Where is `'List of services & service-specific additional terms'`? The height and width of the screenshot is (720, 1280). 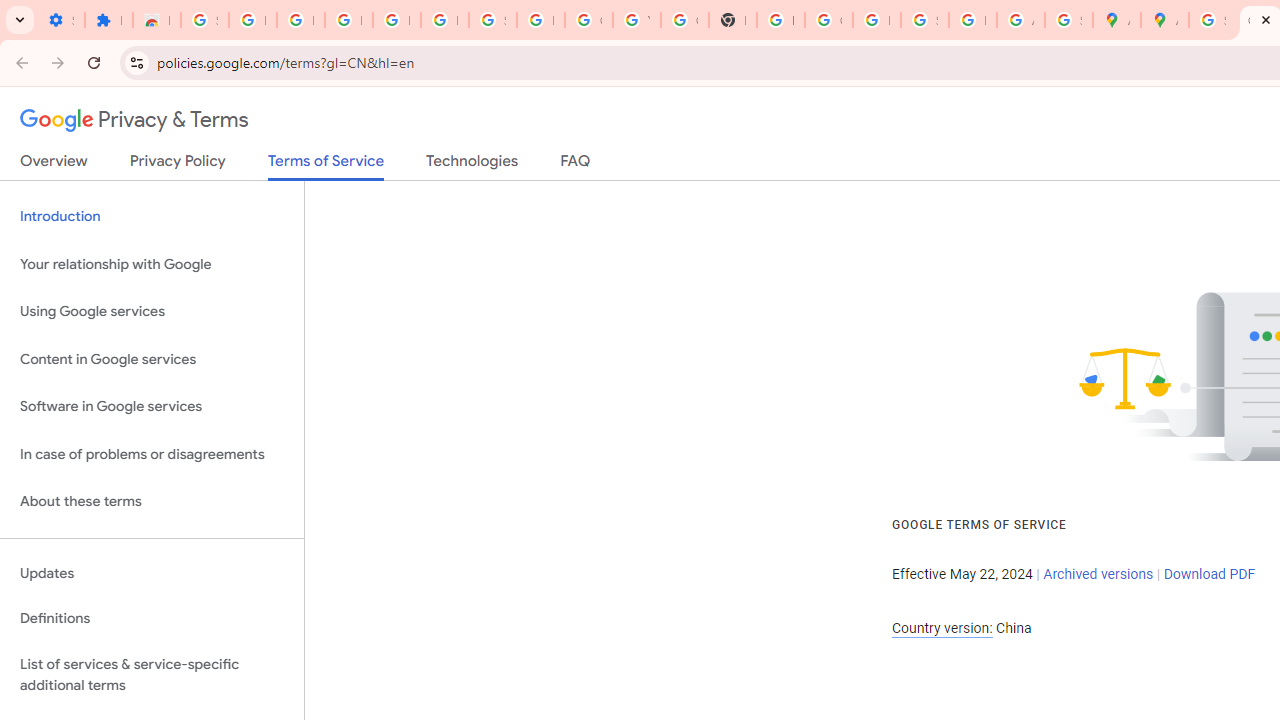 'List of services & service-specific additional terms' is located at coordinates (151, 675).